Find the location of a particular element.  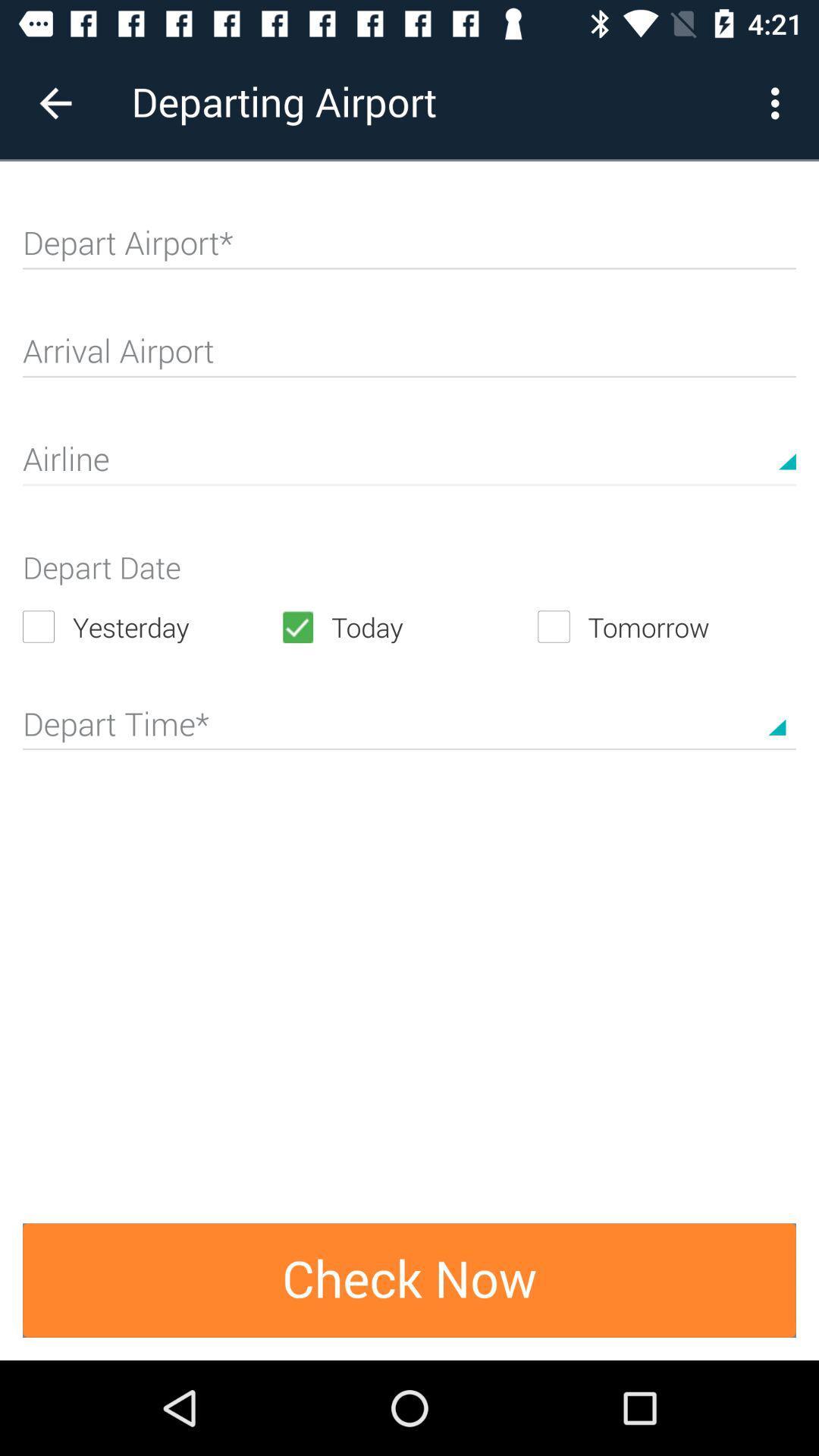

the check now item is located at coordinates (409, 1279).